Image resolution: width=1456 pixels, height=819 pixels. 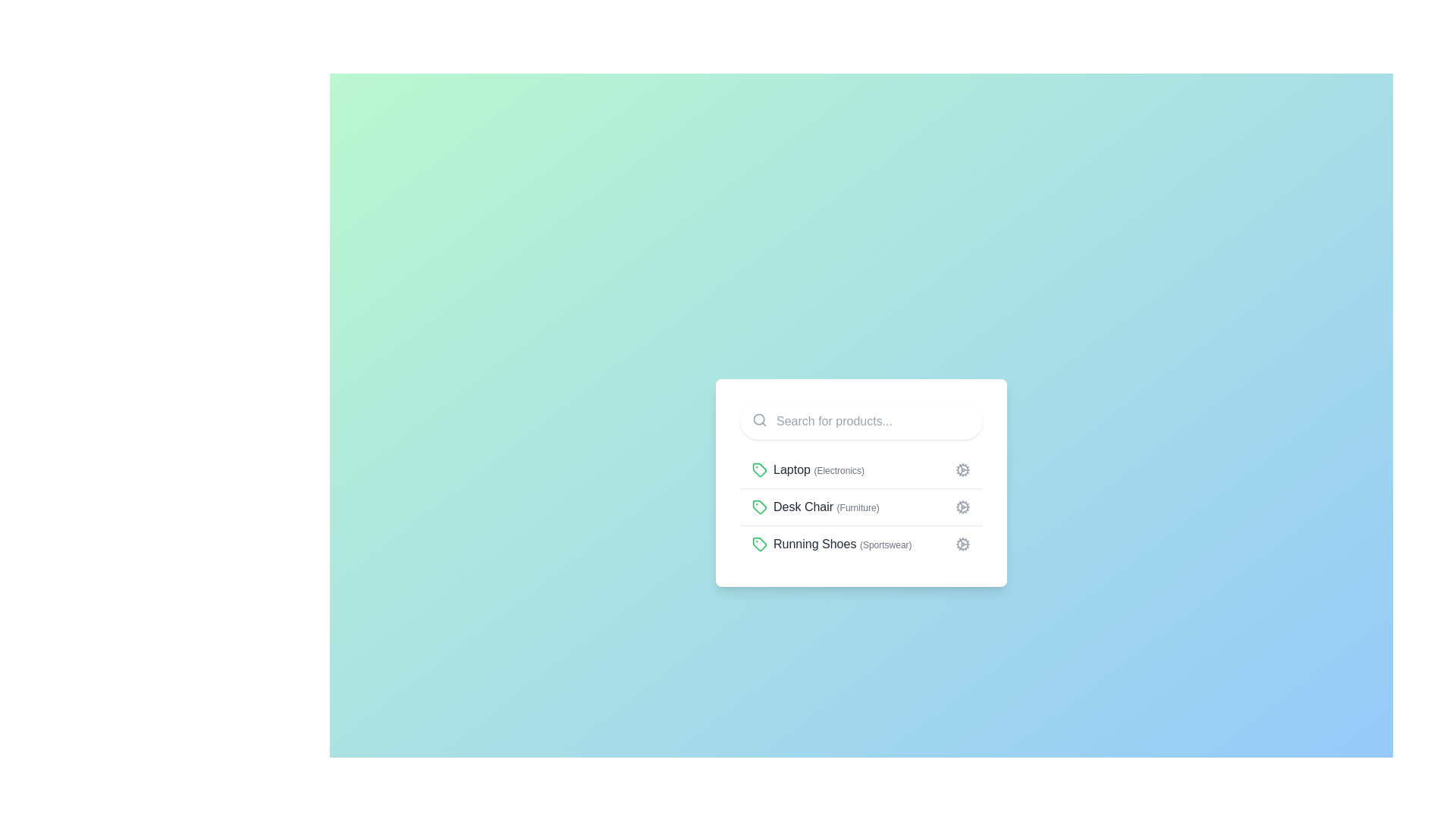 I want to click on the text label displaying 'Running Shoes (Sportswear)', so click(x=842, y=543).